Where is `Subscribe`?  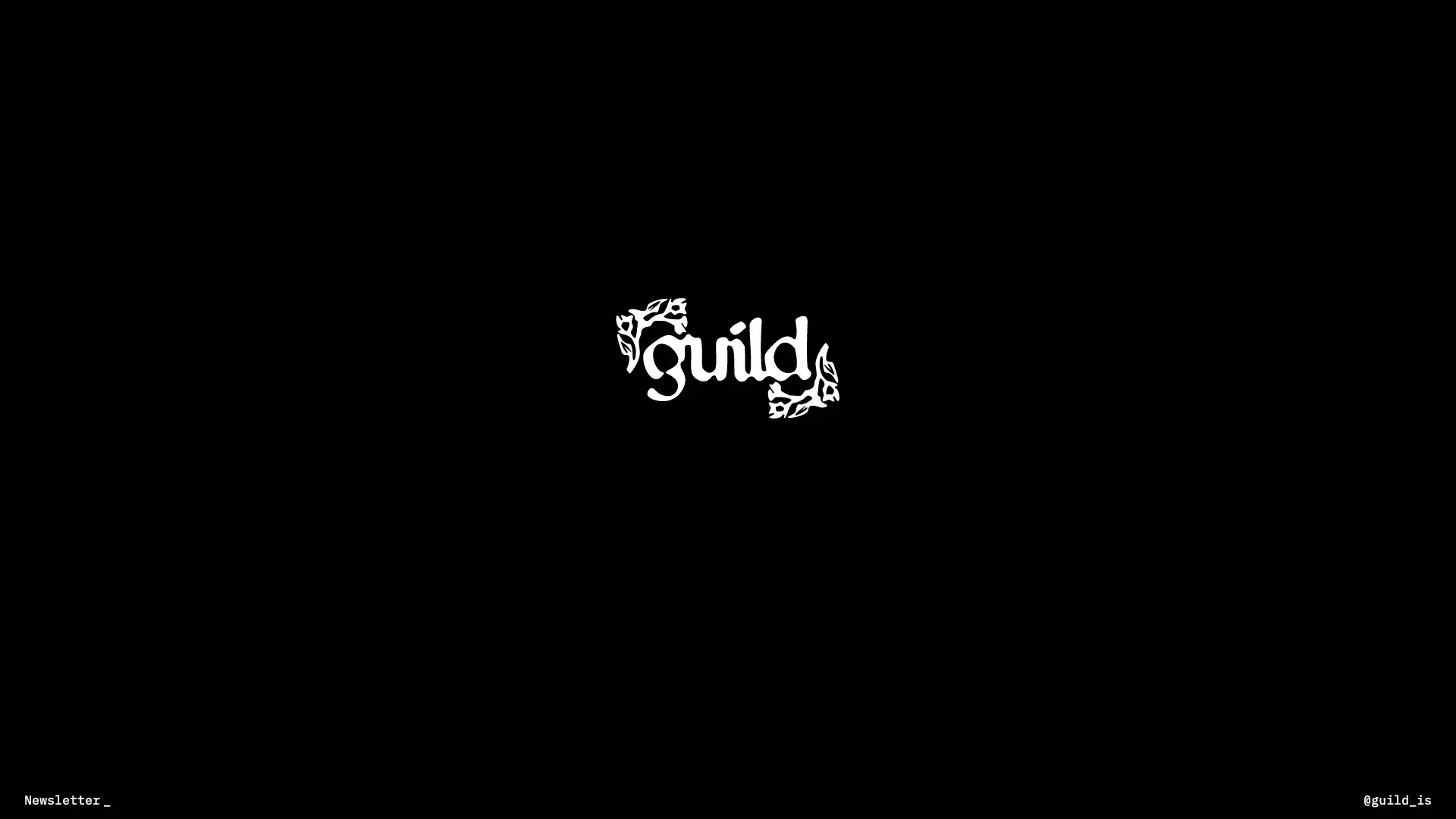 Subscribe is located at coordinates (326, 799).